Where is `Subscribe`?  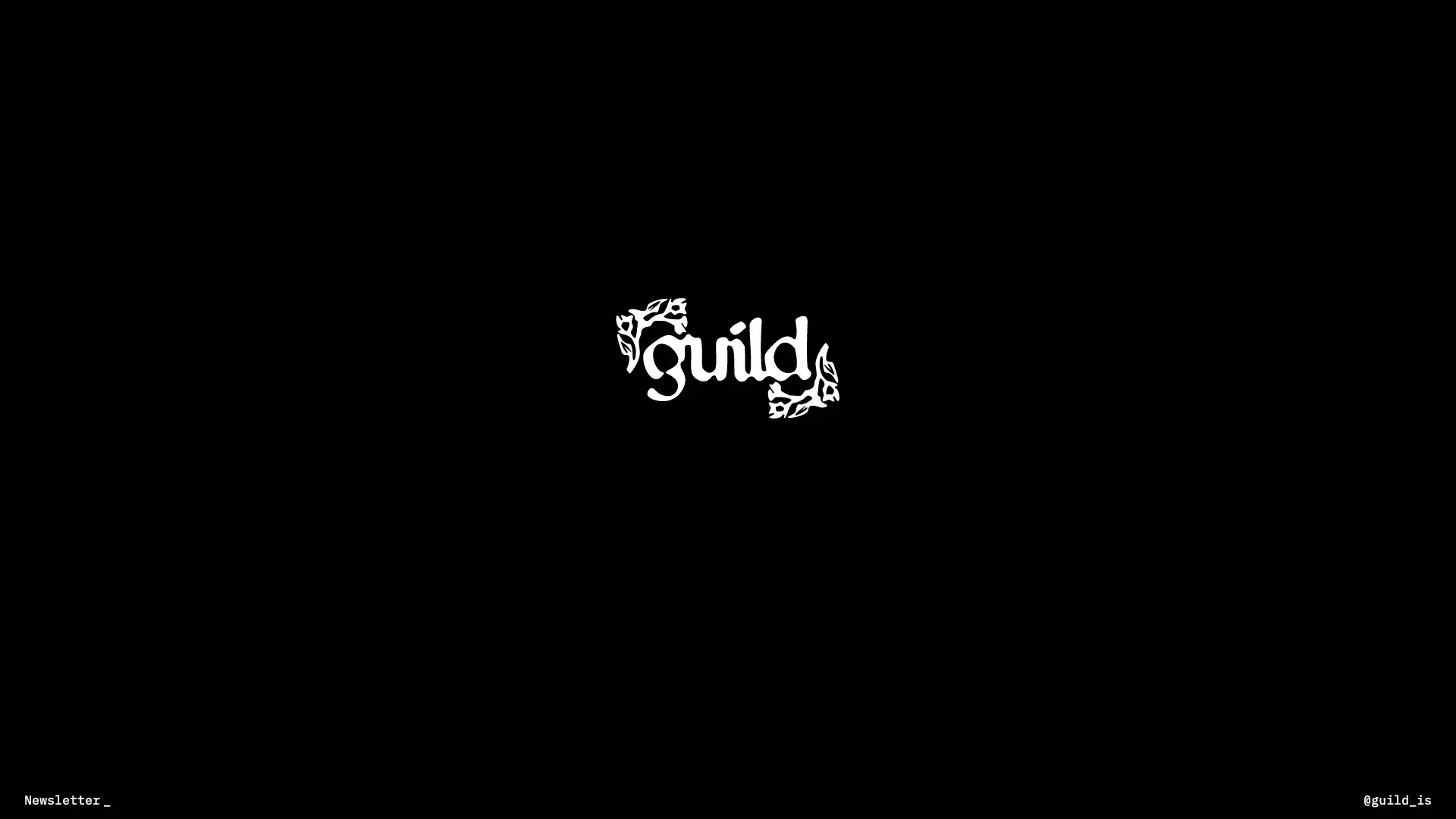 Subscribe is located at coordinates (326, 799).